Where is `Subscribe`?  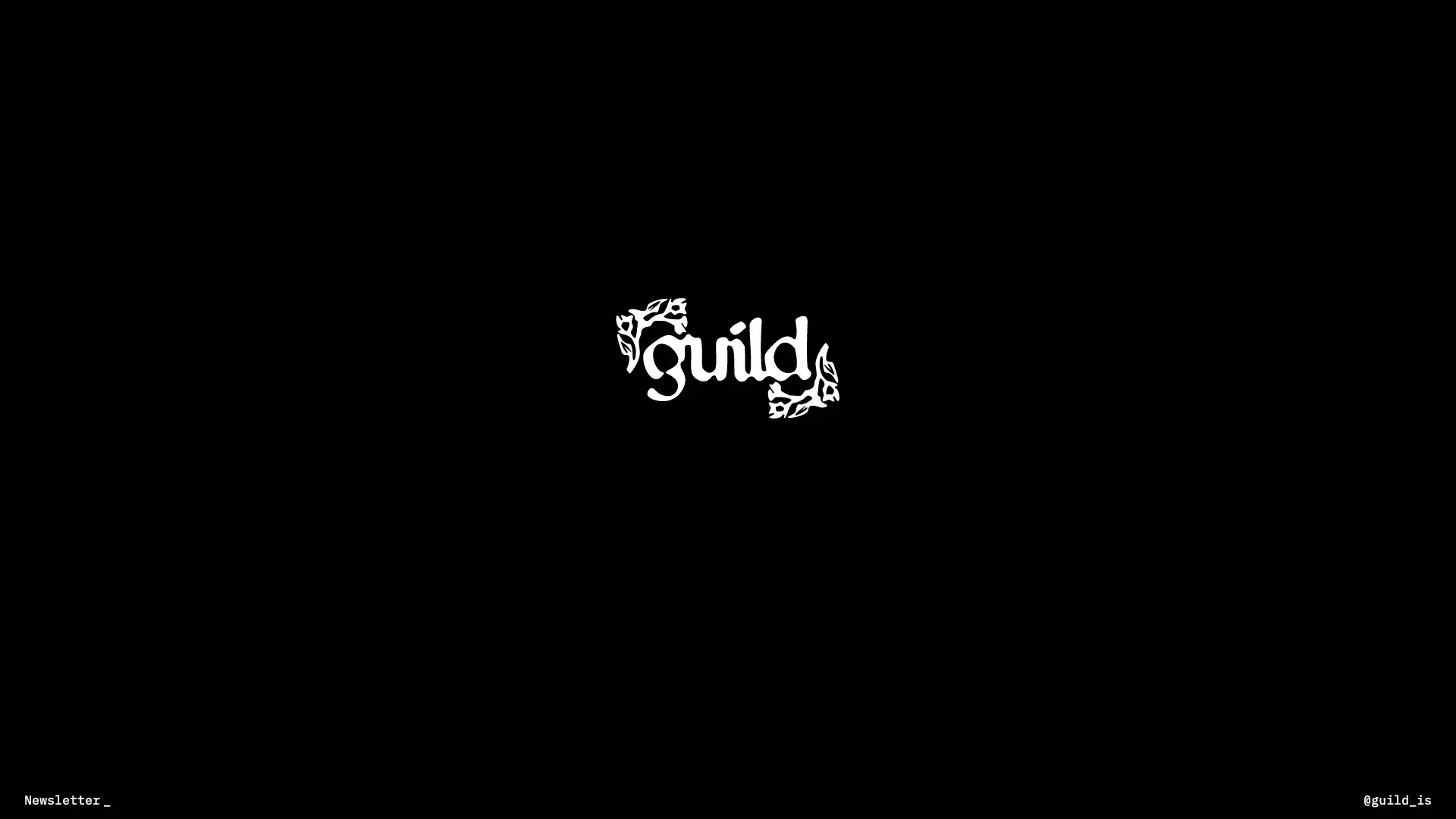 Subscribe is located at coordinates (326, 799).